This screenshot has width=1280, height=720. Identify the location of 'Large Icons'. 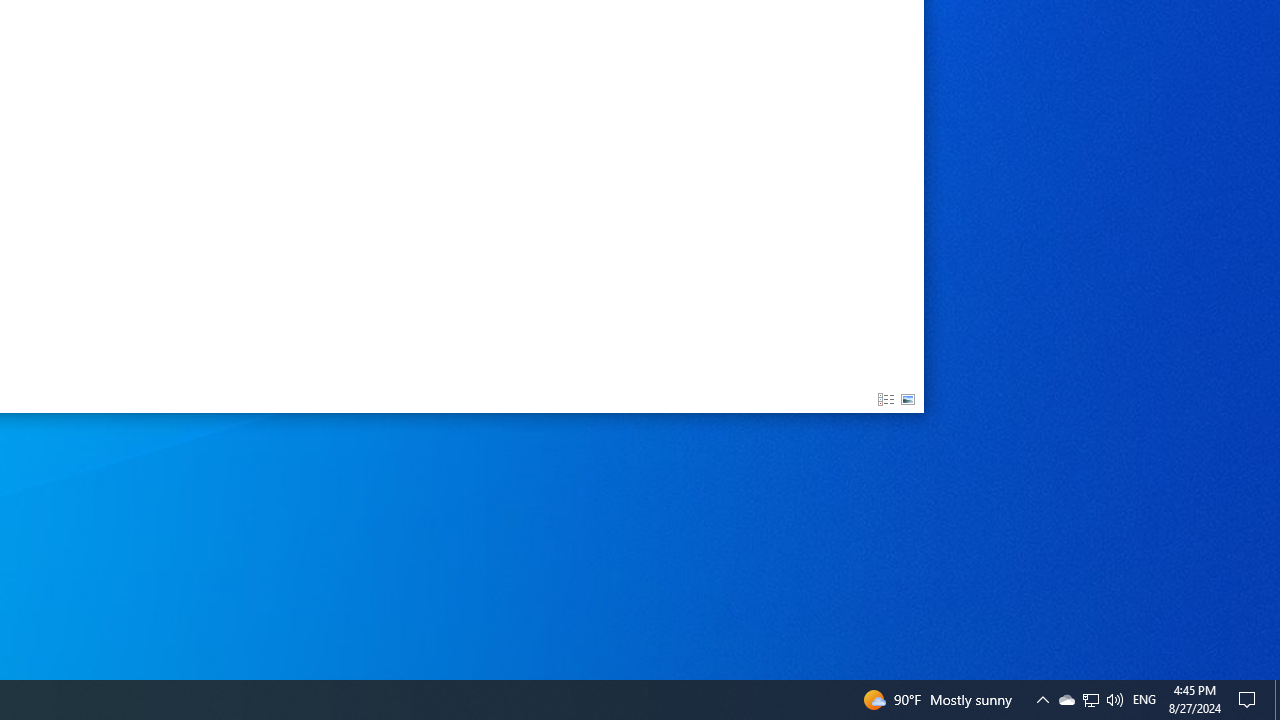
(907, 400).